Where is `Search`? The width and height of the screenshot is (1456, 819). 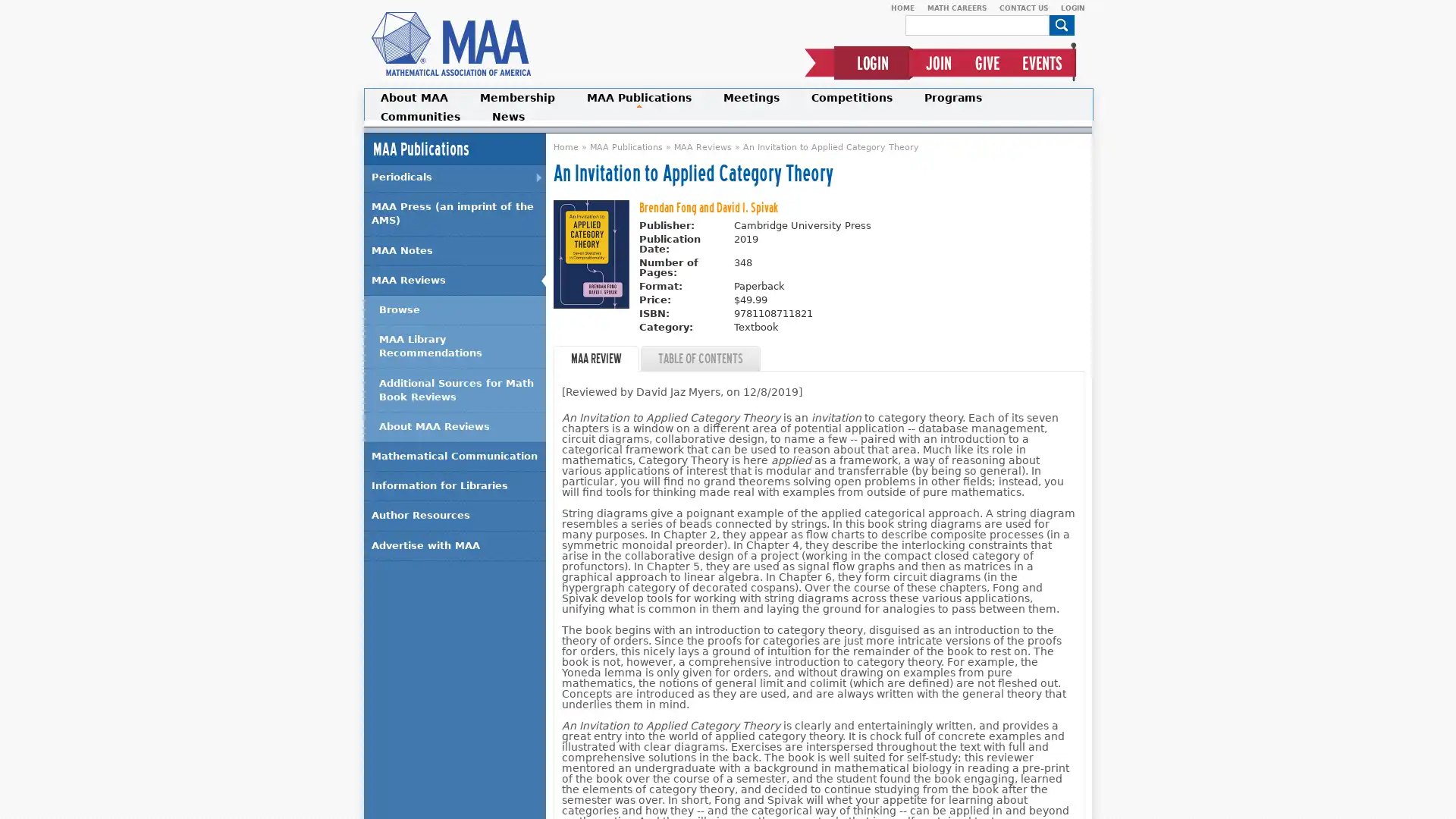
Search is located at coordinates (1061, 24).